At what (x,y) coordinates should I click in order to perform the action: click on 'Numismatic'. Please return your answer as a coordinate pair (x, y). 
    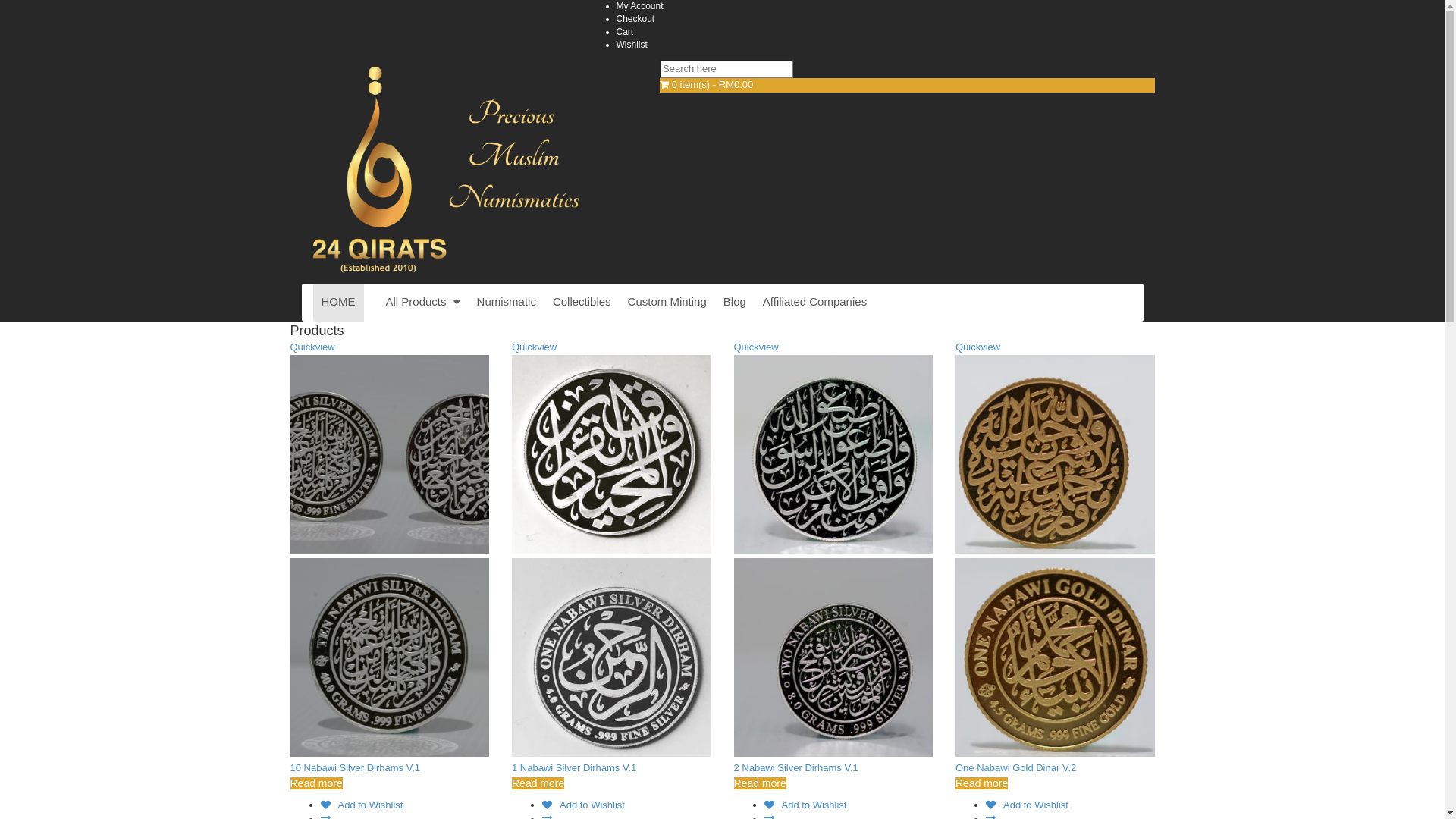
    Looking at the image, I should click on (506, 302).